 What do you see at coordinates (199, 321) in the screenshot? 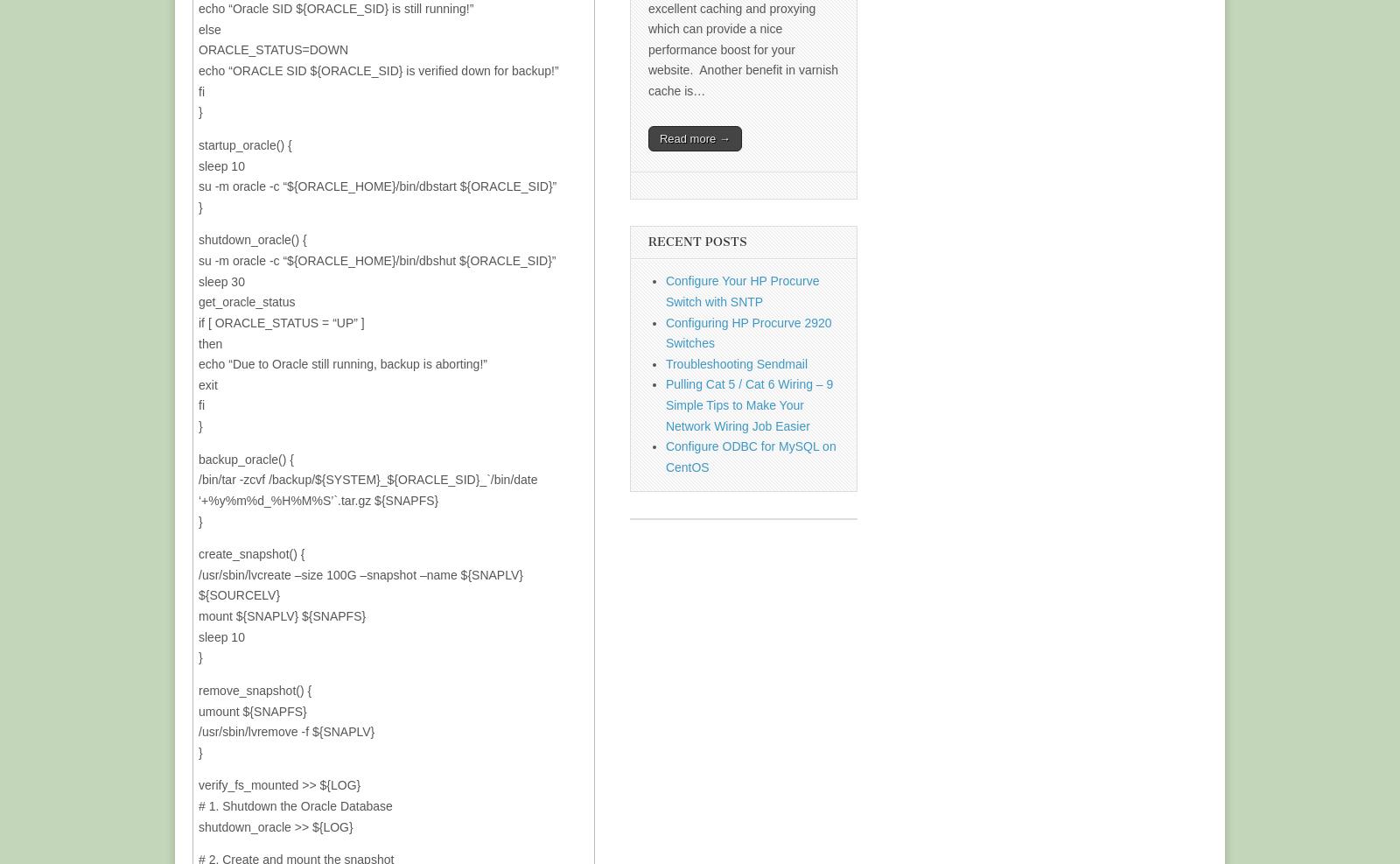
I see `'if [ ORACLE_STATUS = “UP” ]'` at bounding box center [199, 321].